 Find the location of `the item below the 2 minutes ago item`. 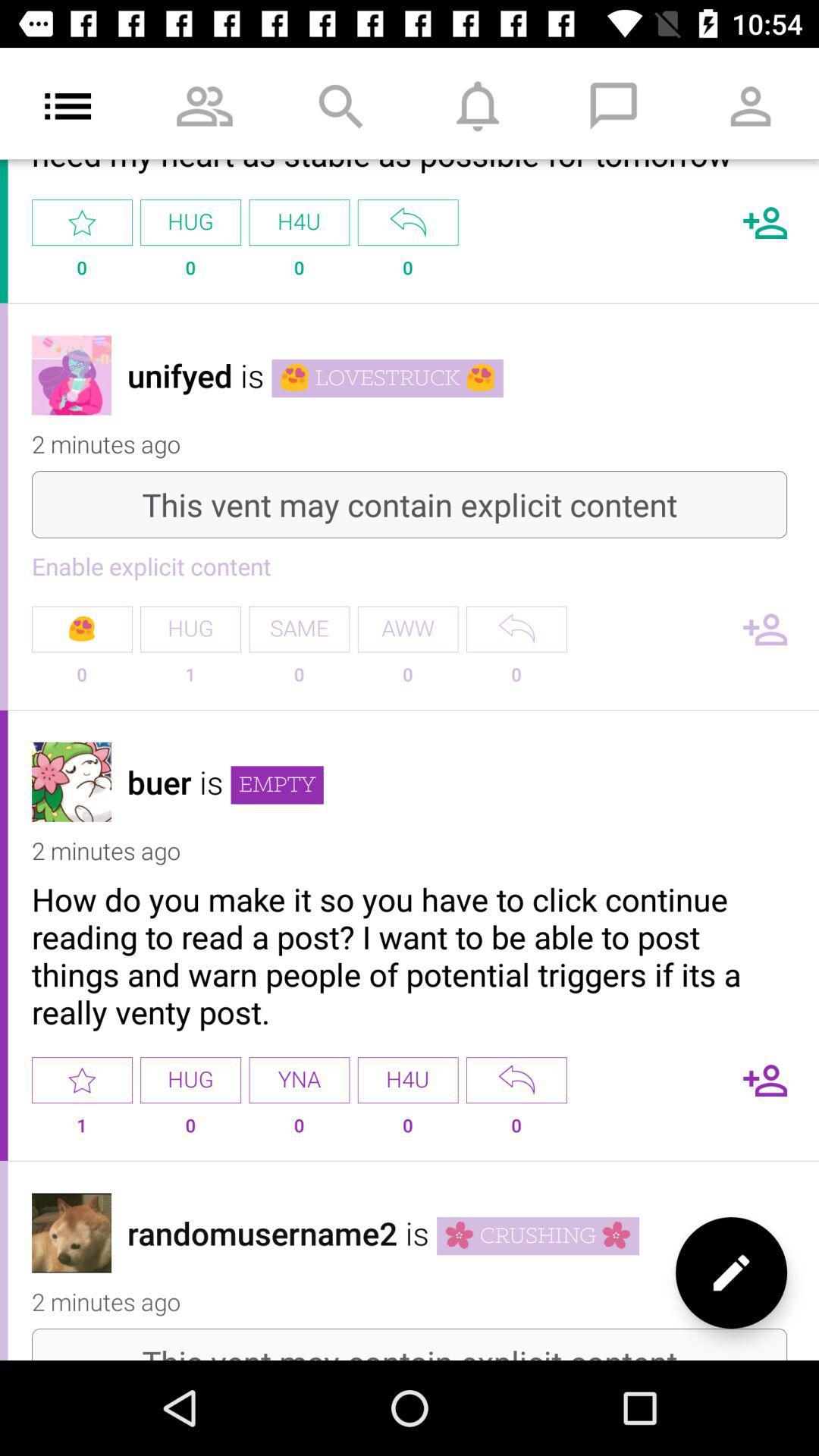

the item below the 2 minutes ago item is located at coordinates (409, 954).